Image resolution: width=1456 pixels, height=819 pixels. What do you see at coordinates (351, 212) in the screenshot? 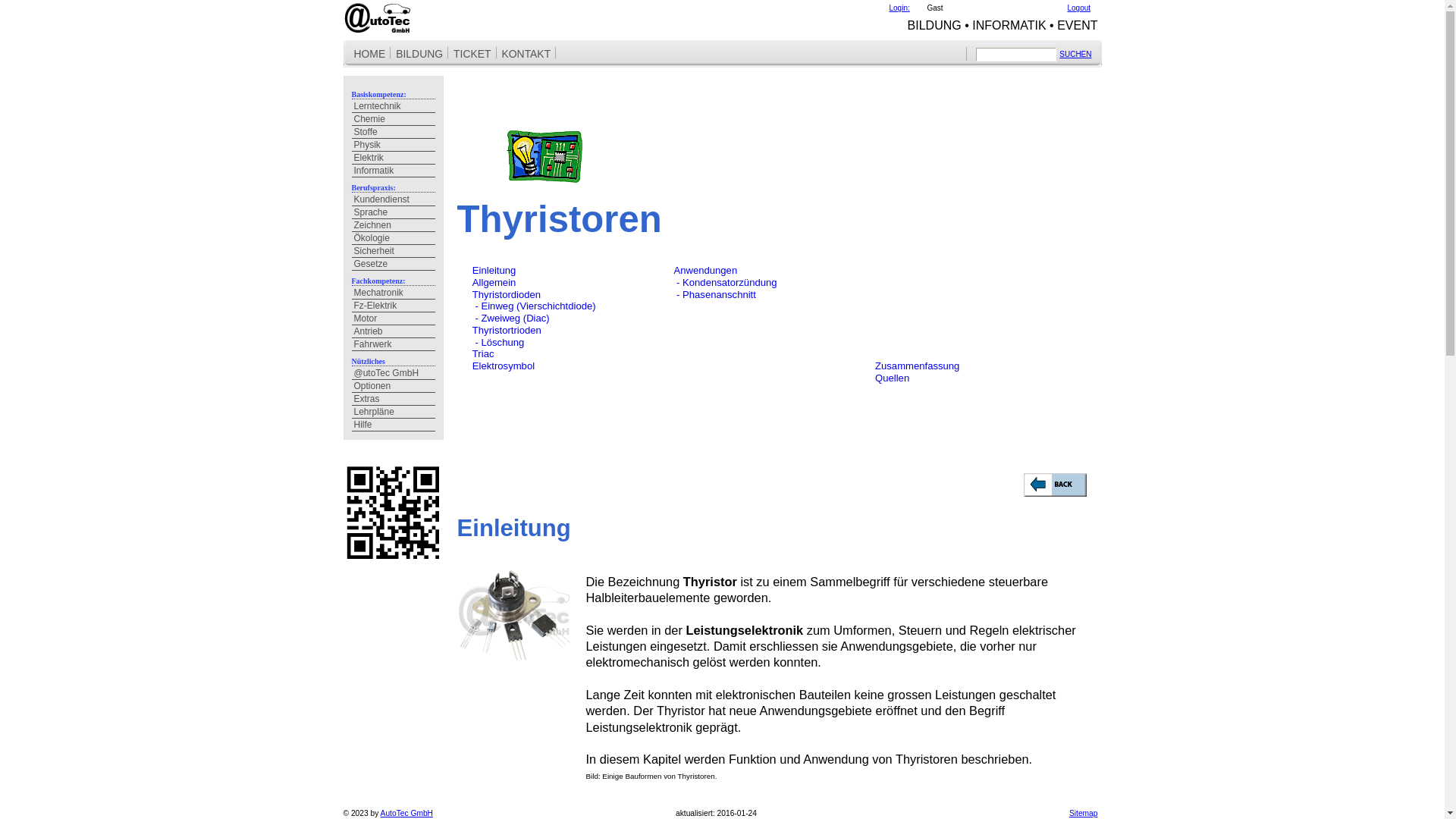
I see `'Sprache'` at bounding box center [351, 212].